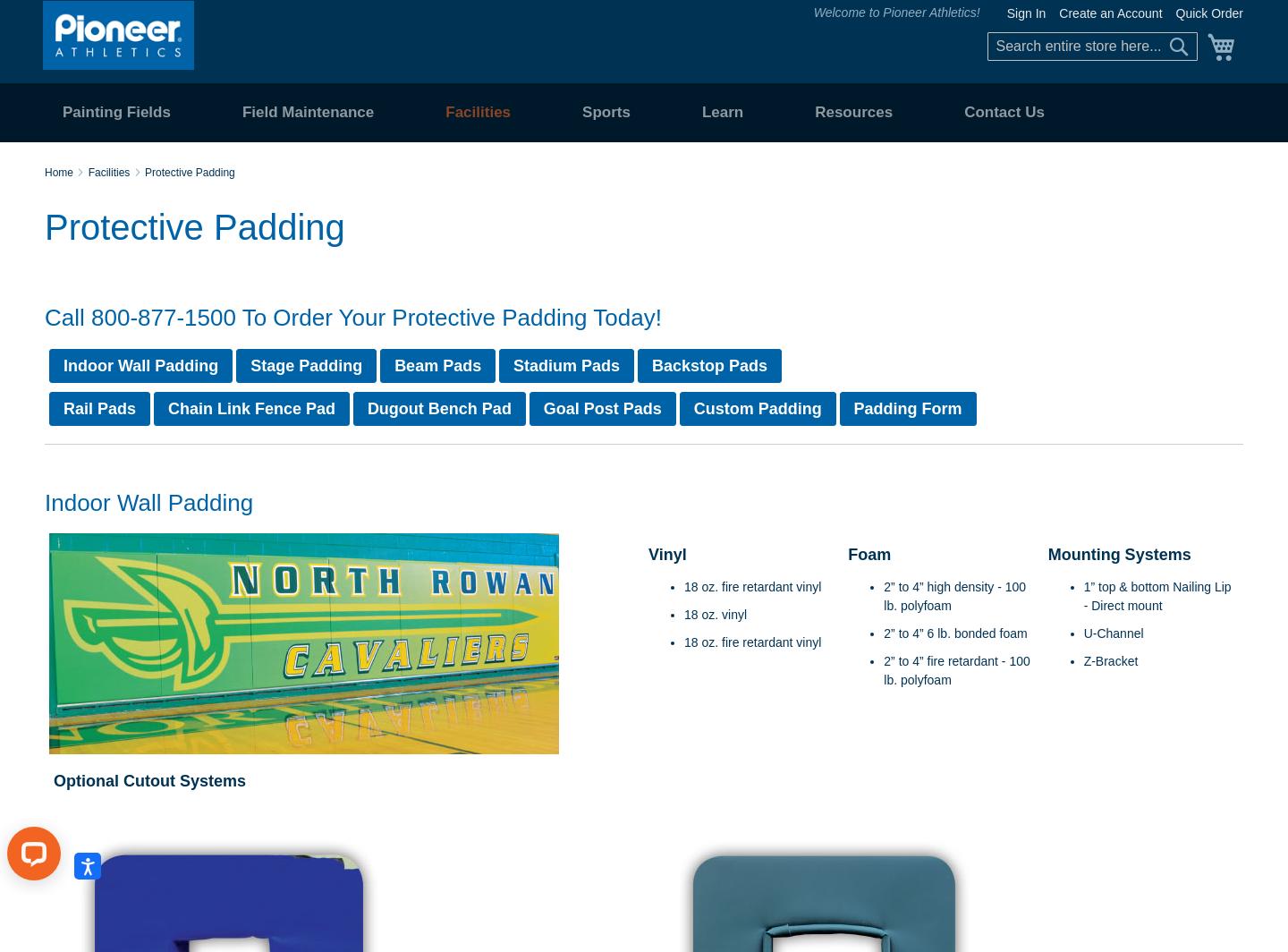 The image size is (1288, 952). I want to click on 'Painting Fields', so click(115, 112).